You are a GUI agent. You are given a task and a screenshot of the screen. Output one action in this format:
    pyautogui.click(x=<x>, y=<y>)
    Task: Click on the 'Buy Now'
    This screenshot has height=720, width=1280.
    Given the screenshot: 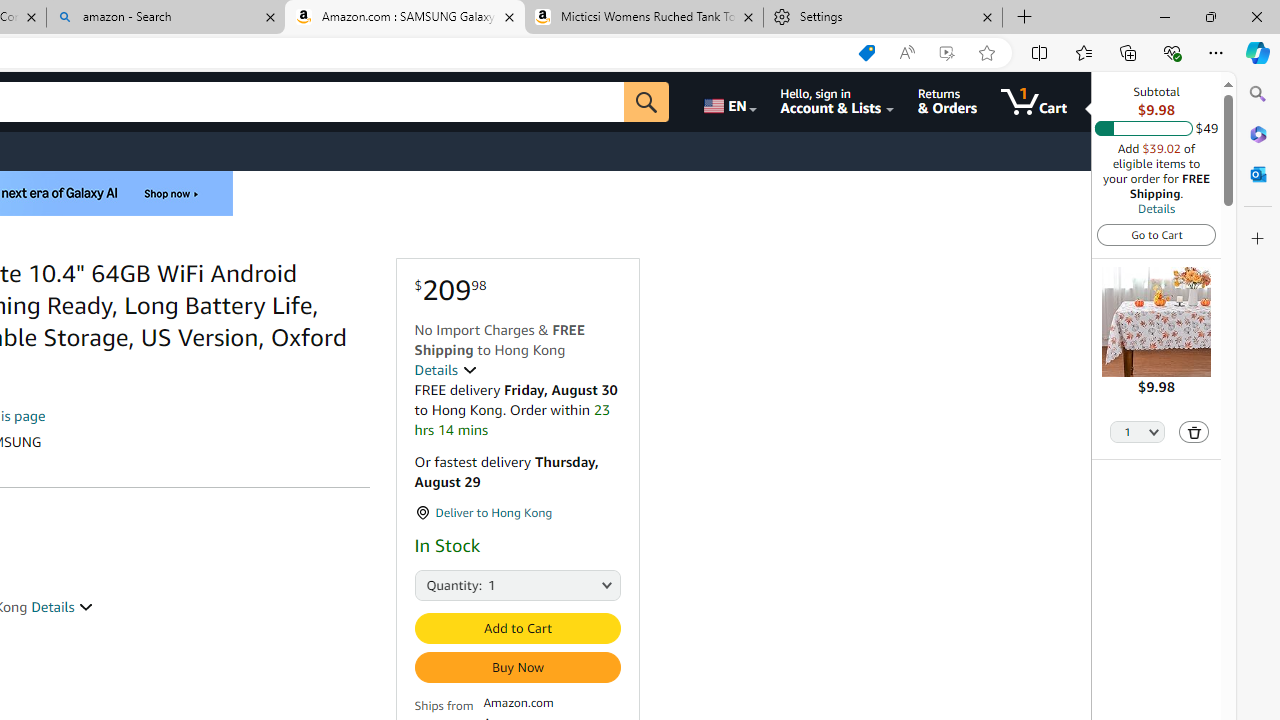 What is the action you would take?
    pyautogui.click(x=517, y=667)
    